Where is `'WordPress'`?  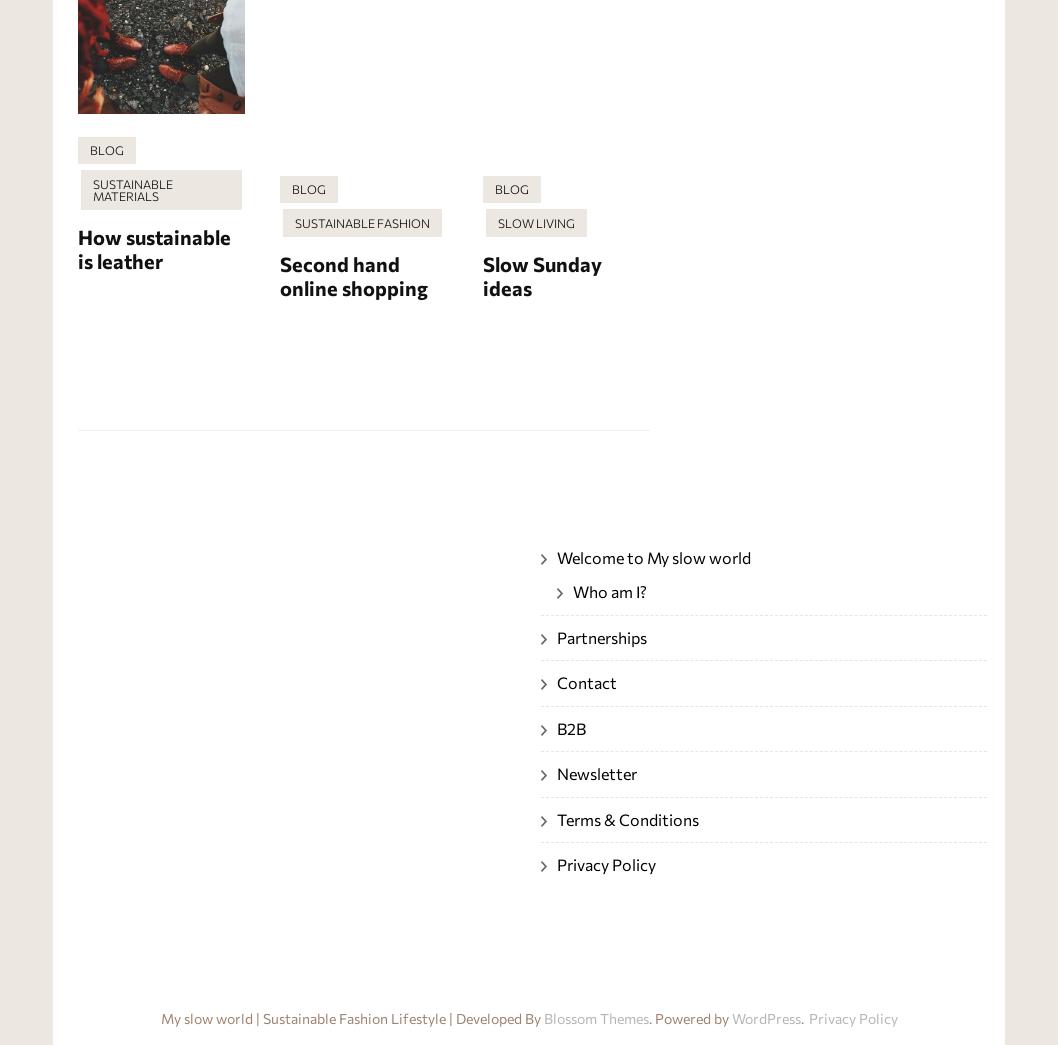 'WordPress' is located at coordinates (730, 1017).